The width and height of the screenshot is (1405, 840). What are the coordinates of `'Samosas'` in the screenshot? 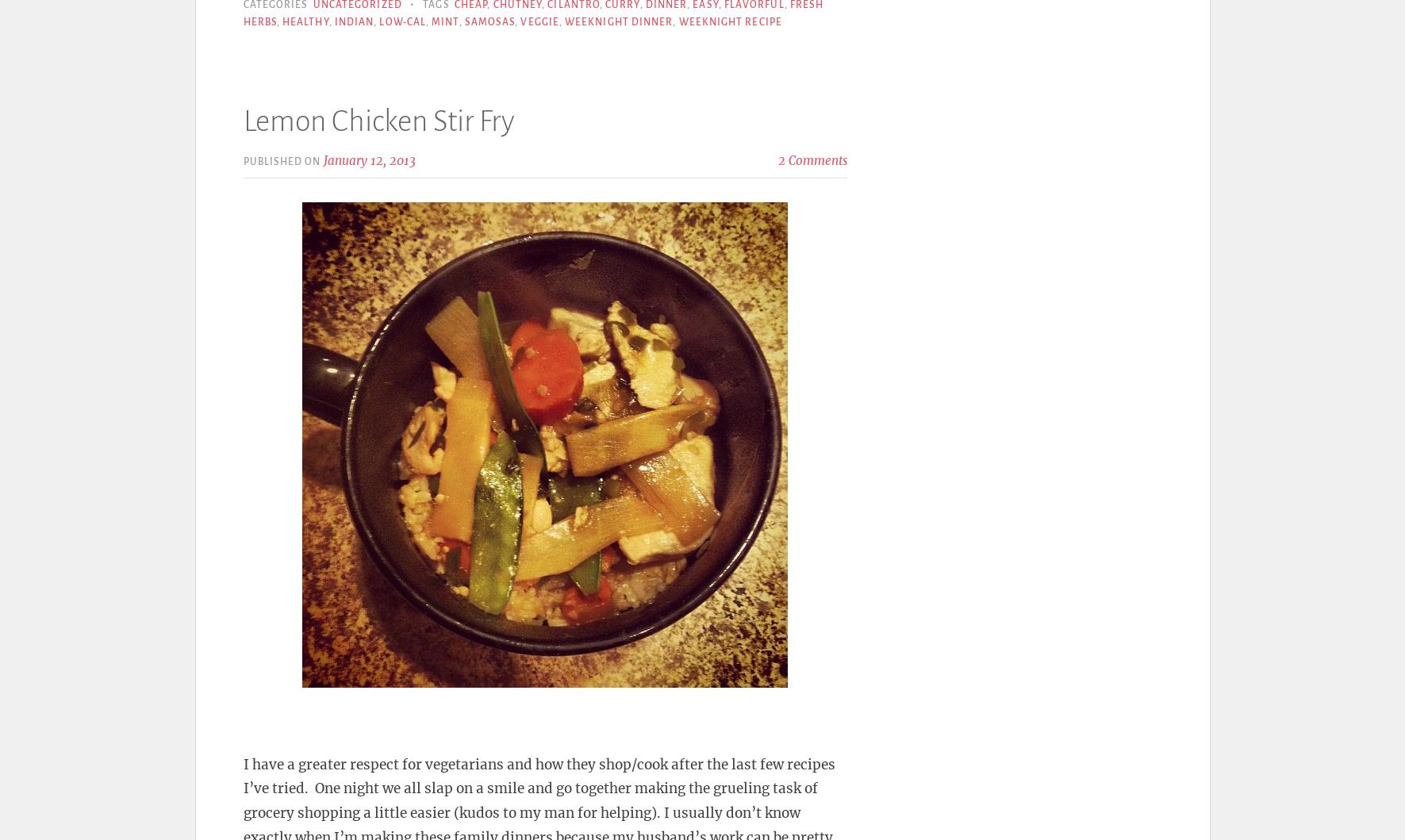 It's located at (489, 21).